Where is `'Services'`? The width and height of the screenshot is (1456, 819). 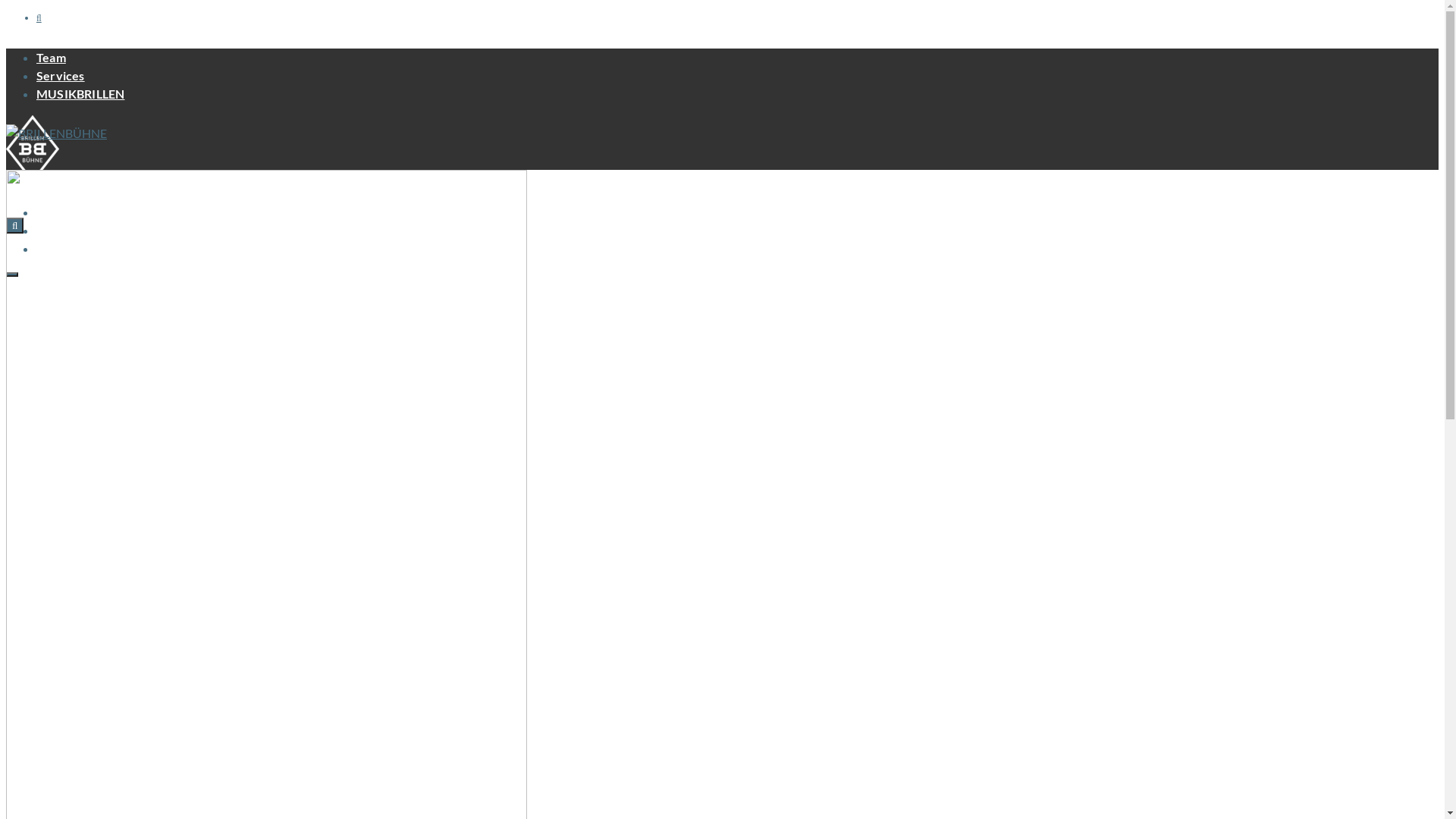
'Services' is located at coordinates (61, 75).